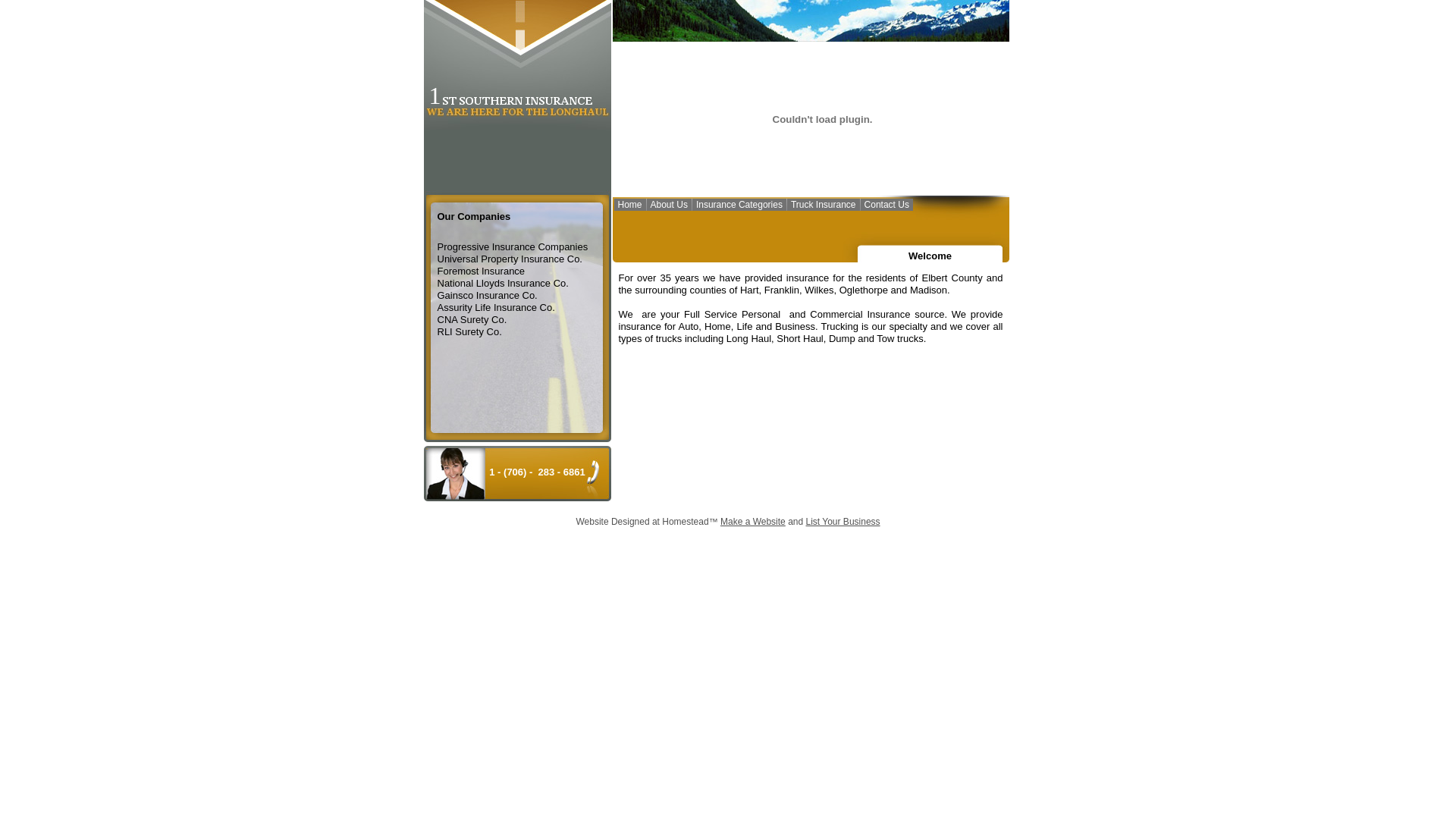 Image resolution: width=1456 pixels, height=819 pixels. Describe the element at coordinates (720, 520) in the screenshot. I see `'Make a Website'` at that location.